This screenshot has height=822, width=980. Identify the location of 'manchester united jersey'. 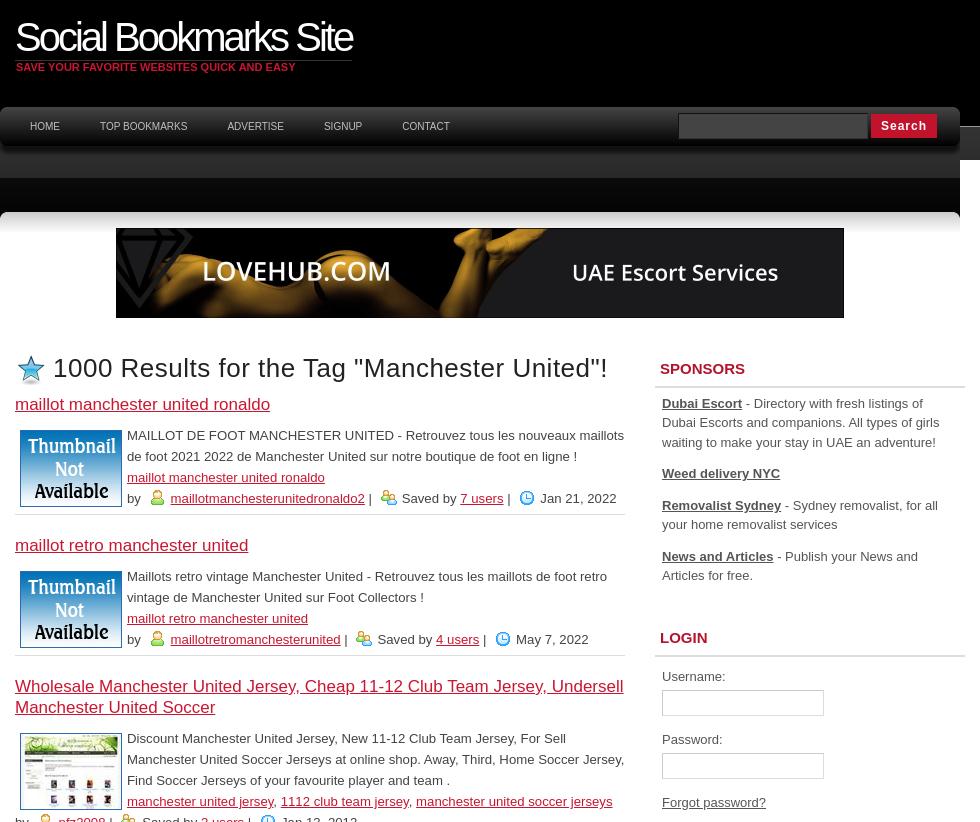
(200, 801).